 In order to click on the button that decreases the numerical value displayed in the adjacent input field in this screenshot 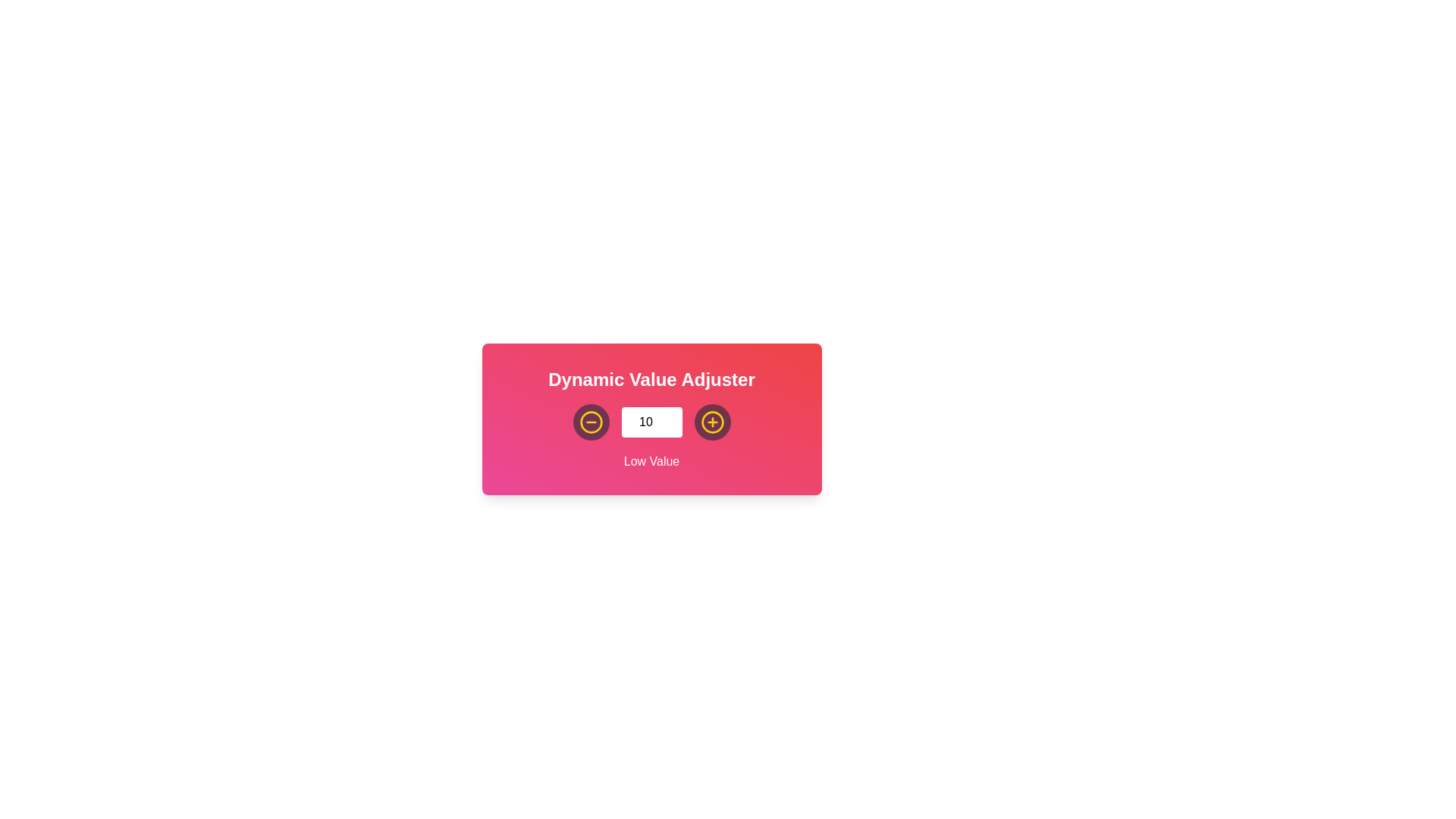, I will do `click(590, 422)`.